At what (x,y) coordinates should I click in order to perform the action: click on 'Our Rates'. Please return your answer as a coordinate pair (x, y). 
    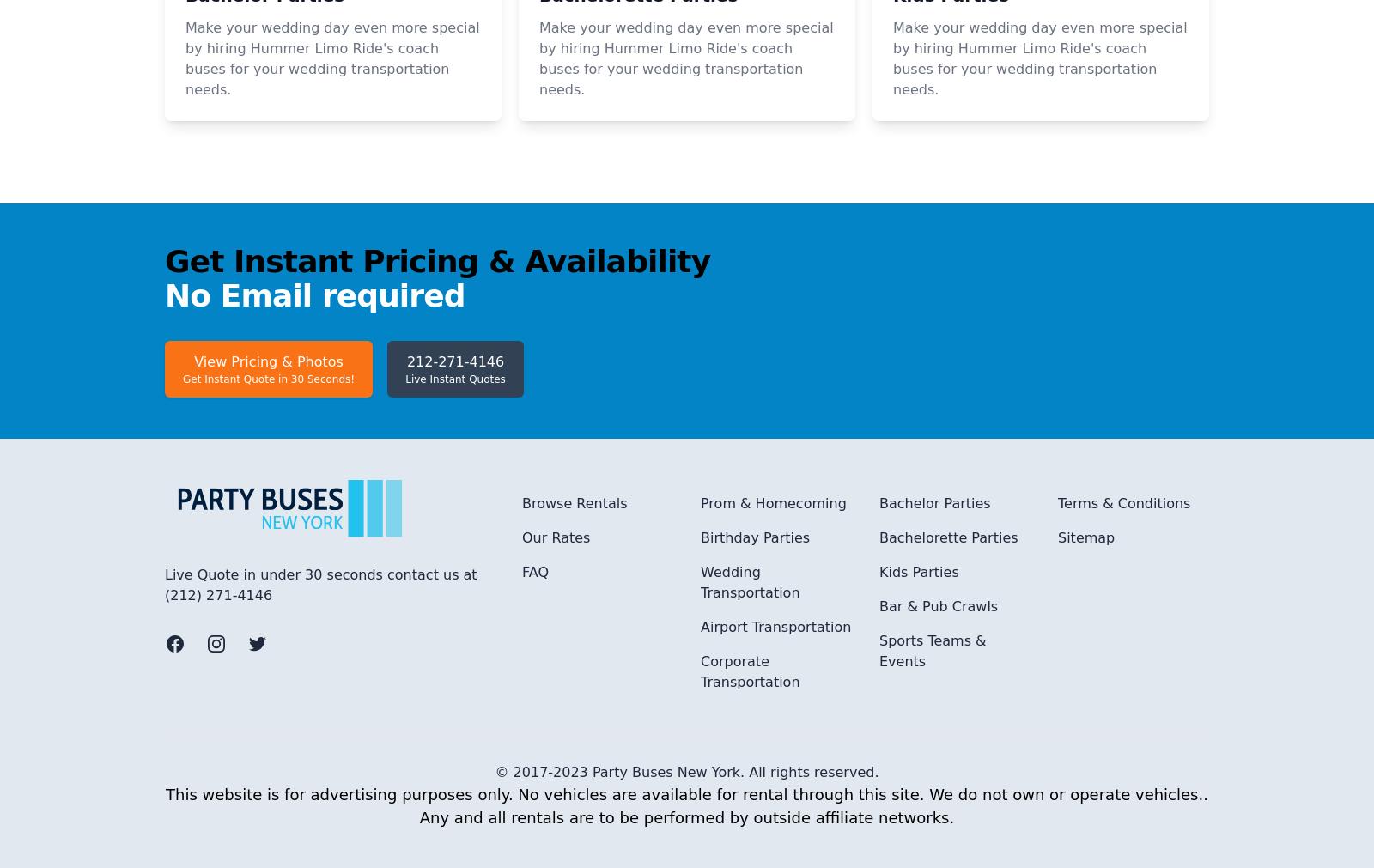
    Looking at the image, I should click on (556, 766).